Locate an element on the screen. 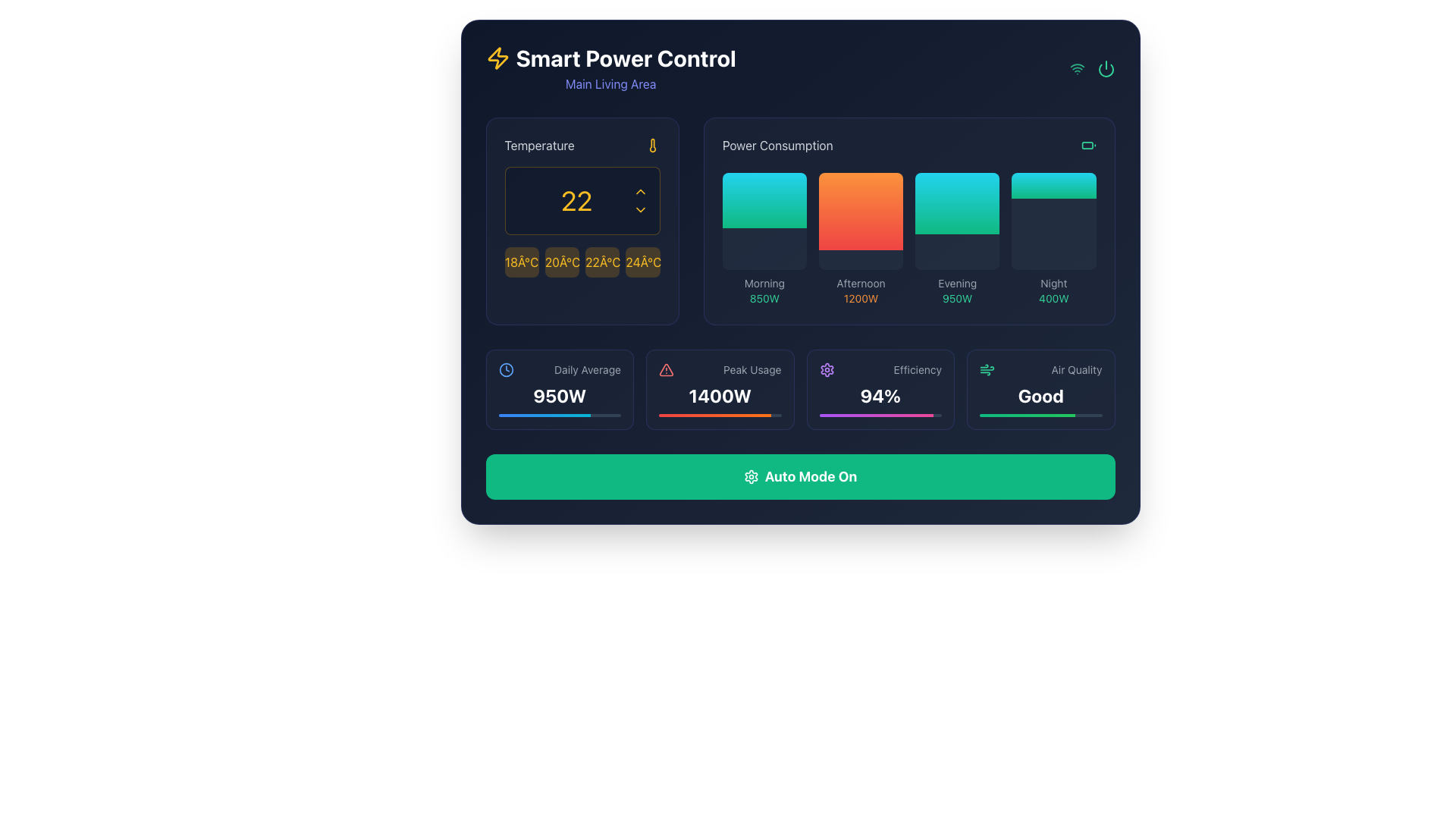 This screenshot has height=819, width=1456. the Interactive temperature control panel to interact with its elements, including the up and down arrows and preset temperature values is located at coordinates (582, 221).